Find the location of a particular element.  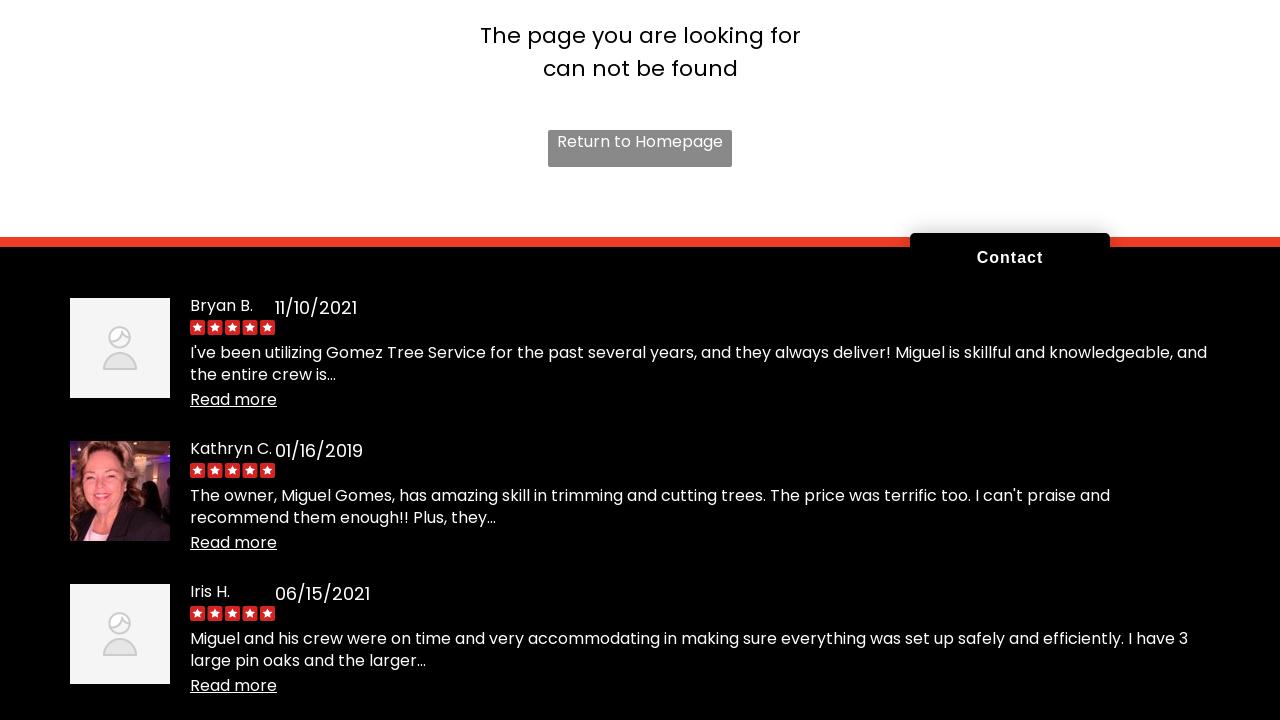

'Iris H.' is located at coordinates (210, 589).